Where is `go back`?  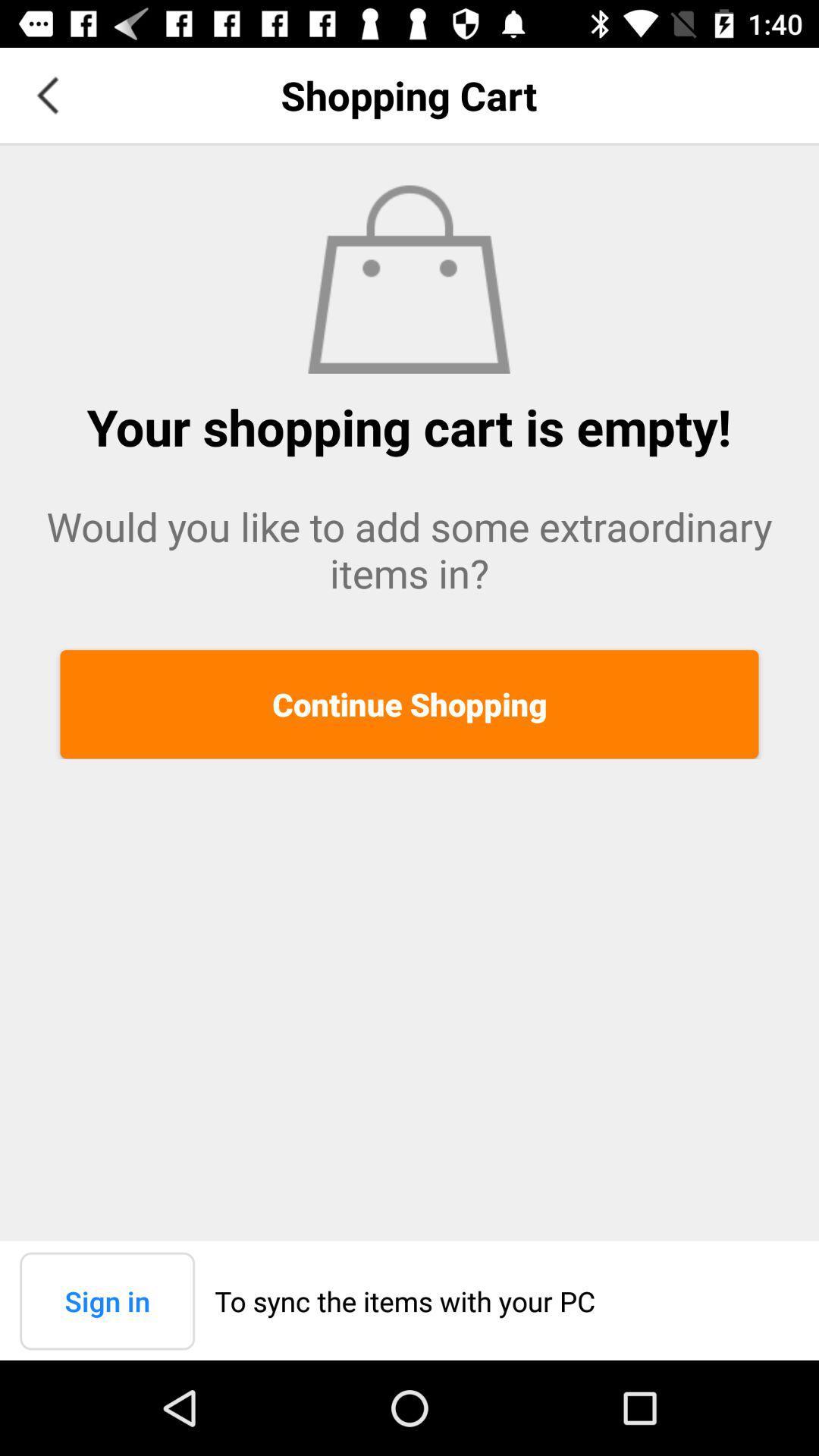
go back is located at coordinates (46, 94).